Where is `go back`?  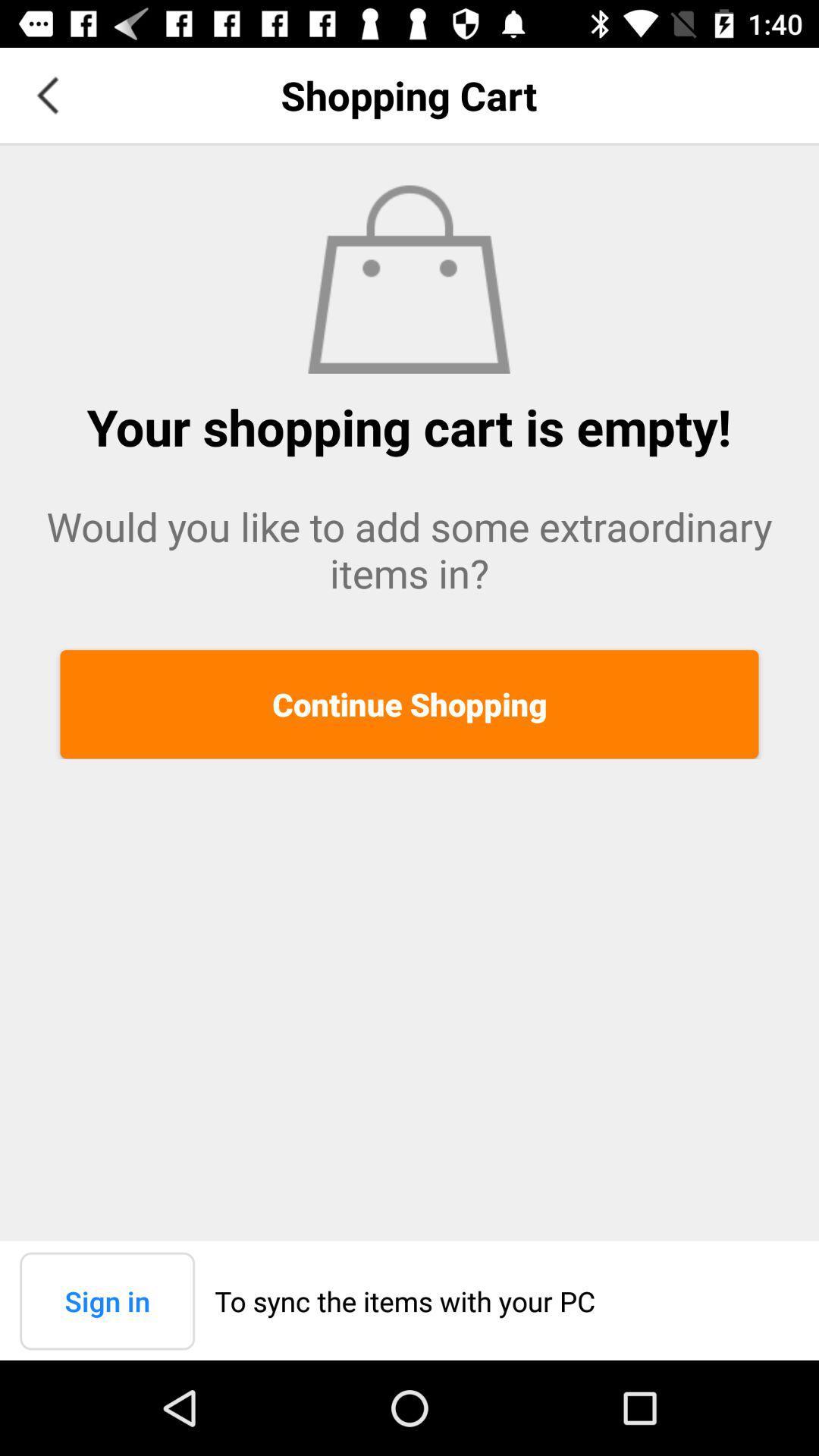
go back is located at coordinates (46, 94).